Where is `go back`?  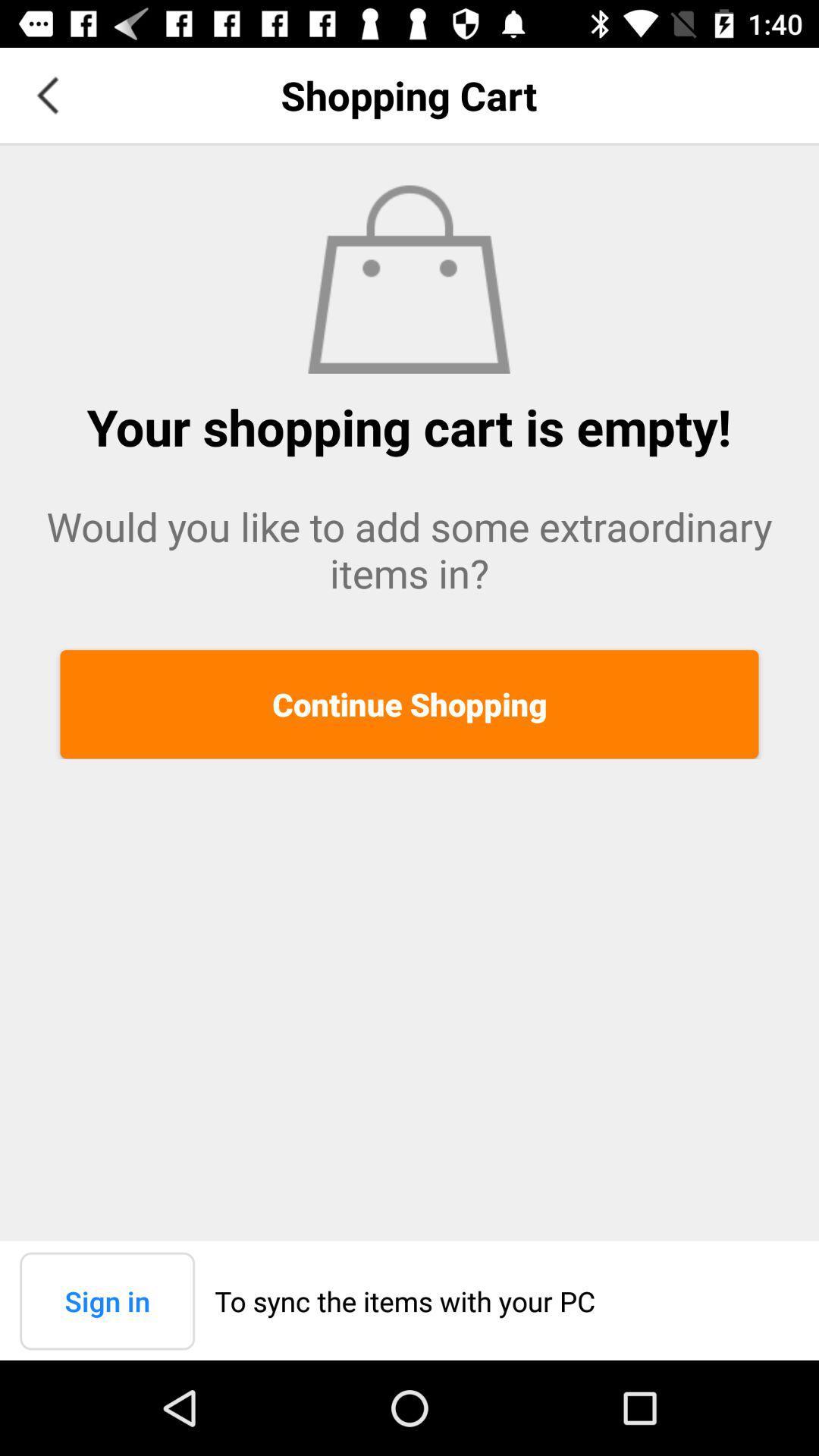
go back is located at coordinates (46, 94).